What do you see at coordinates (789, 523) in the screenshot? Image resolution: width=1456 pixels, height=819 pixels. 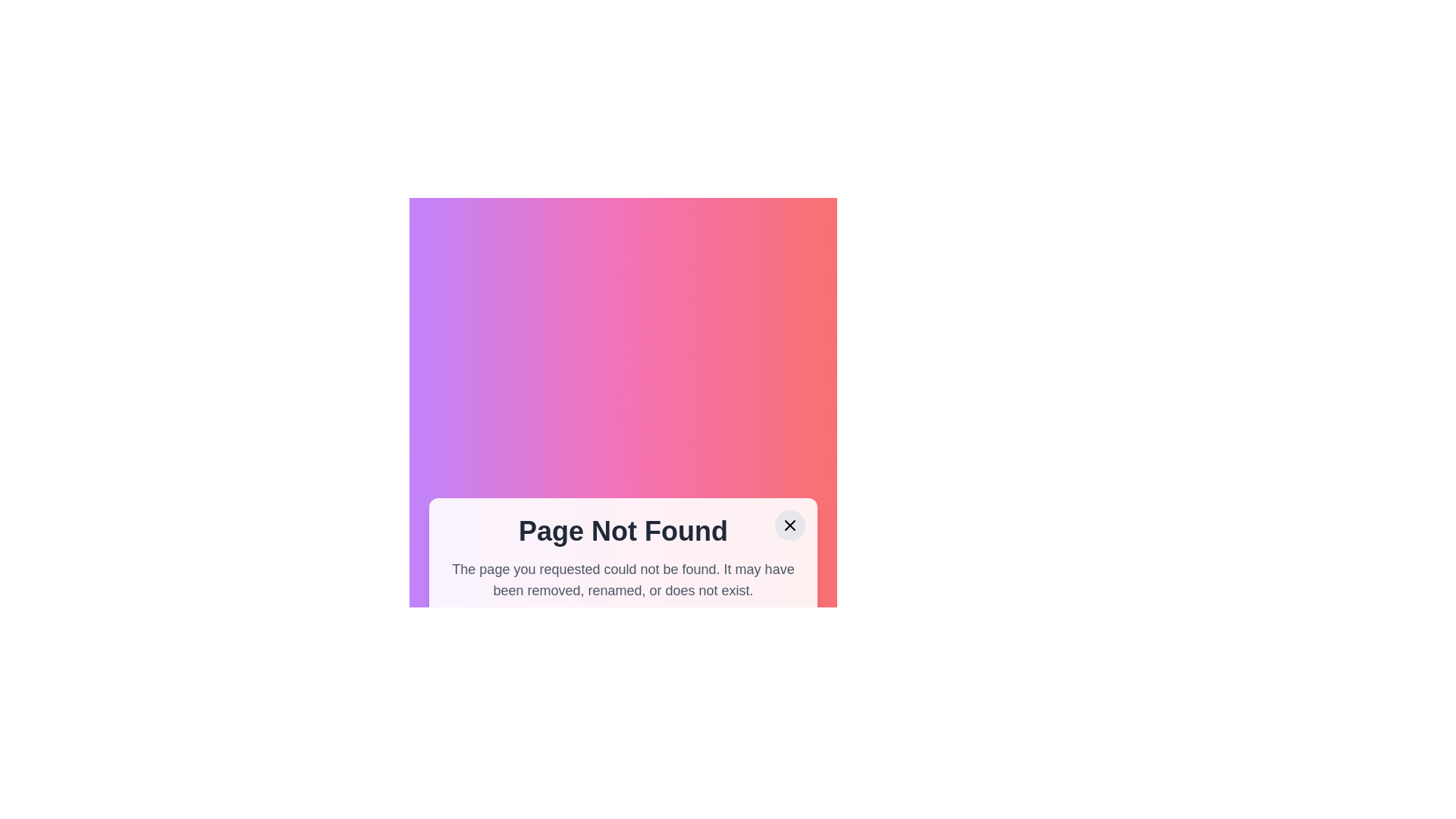 I see `the close button located in the top-right corner of the modal containing the 'Page Not Found' message` at bounding box center [789, 523].